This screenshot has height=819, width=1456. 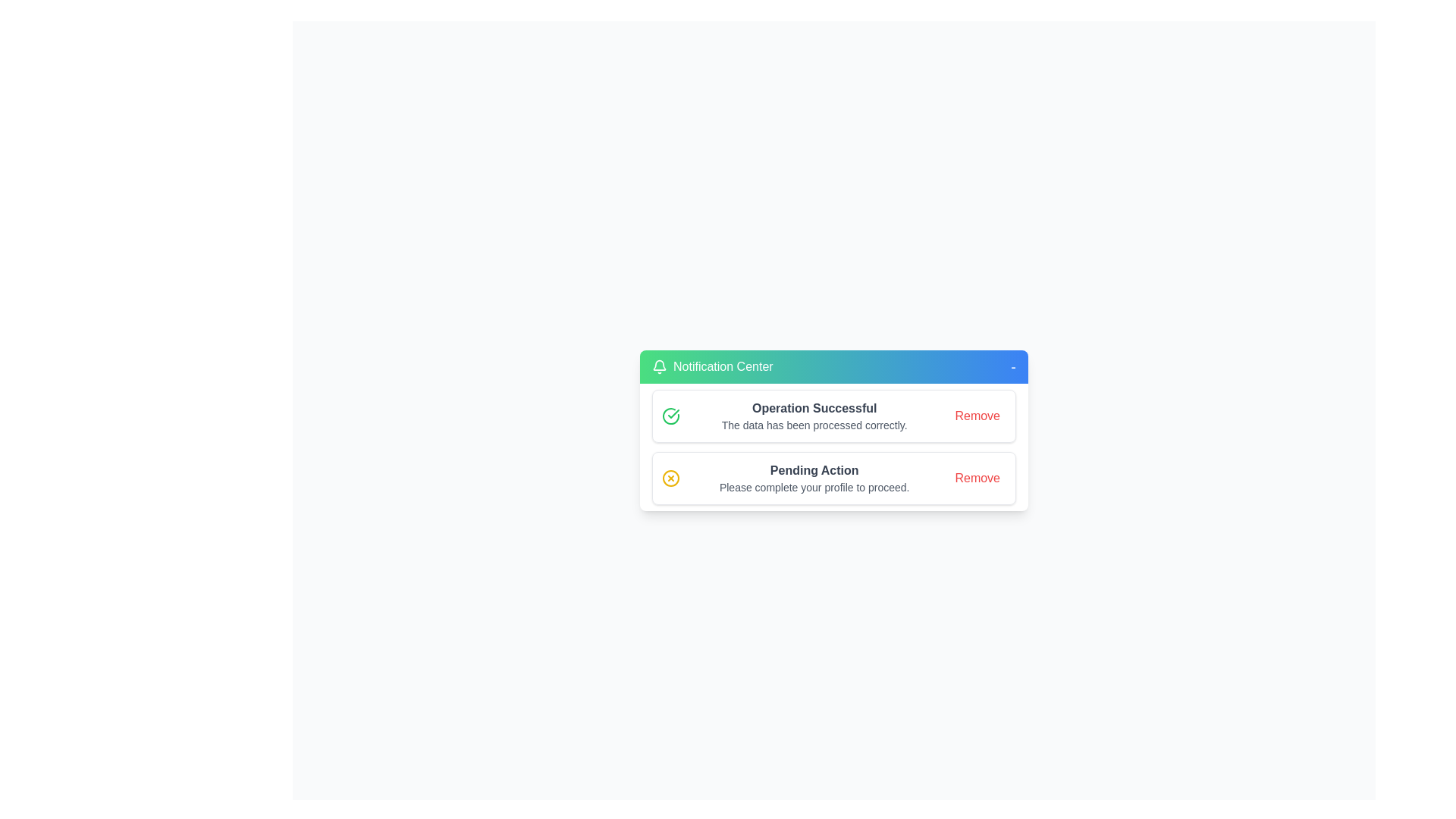 What do you see at coordinates (814, 470) in the screenshot?
I see `the text label indicating a pending action in the Notification Center, positioned below 'Operation Successful'` at bounding box center [814, 470].